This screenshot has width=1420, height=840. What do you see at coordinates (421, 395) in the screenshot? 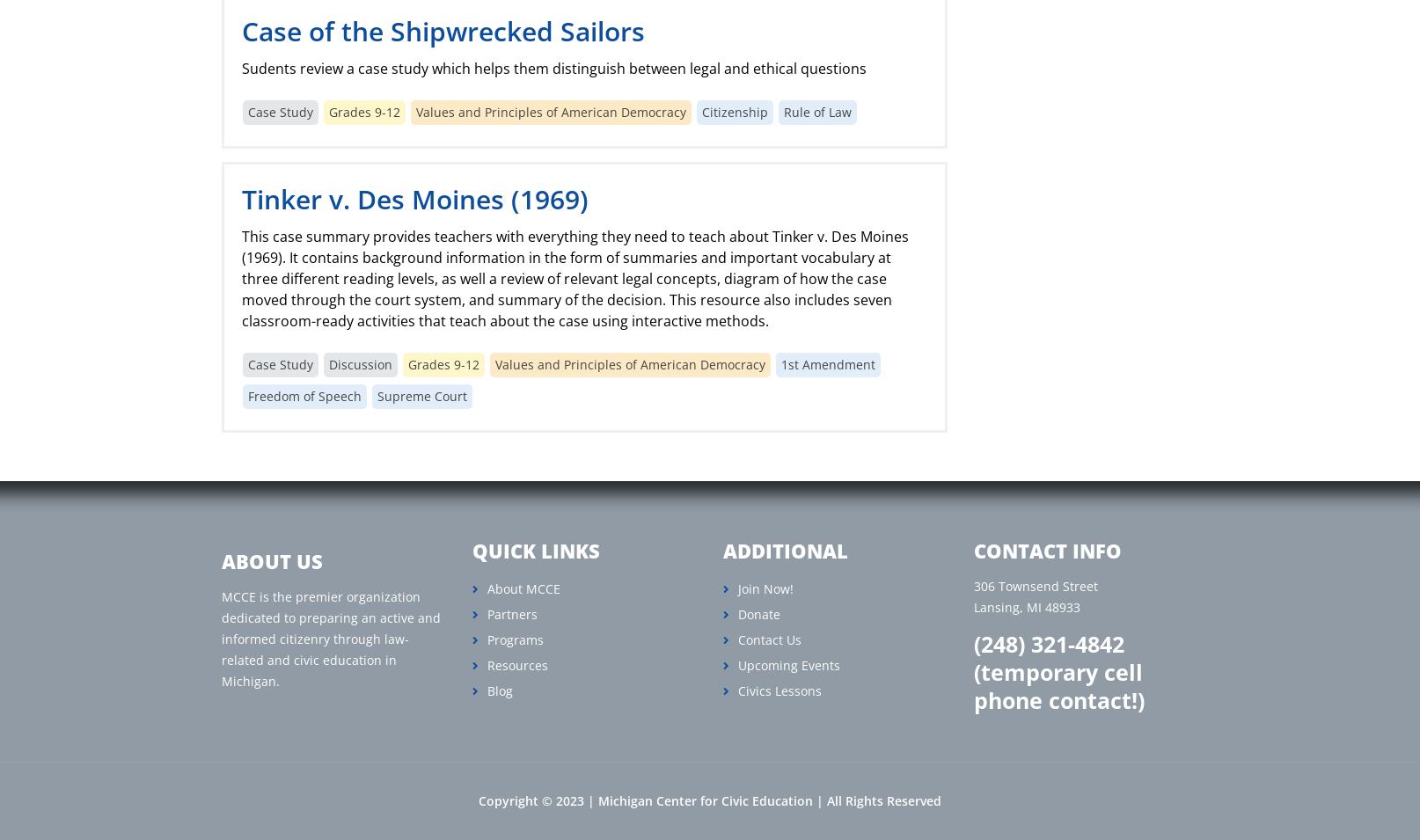
I see `'Supreme Court'` at bounding box center [421, 395].